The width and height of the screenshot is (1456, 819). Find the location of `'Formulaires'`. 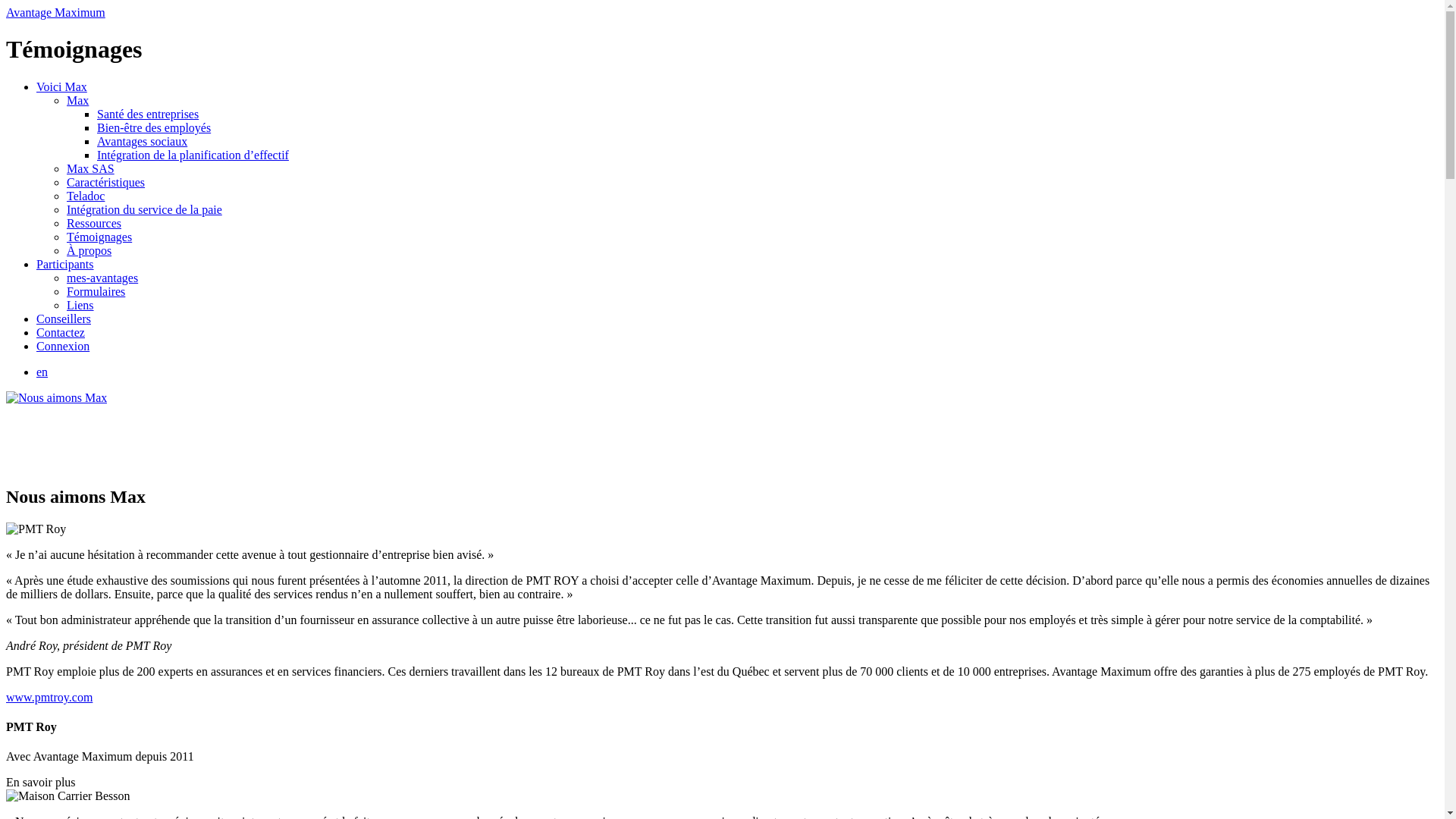

'Formulaires' is located at coordinates (95, 291).